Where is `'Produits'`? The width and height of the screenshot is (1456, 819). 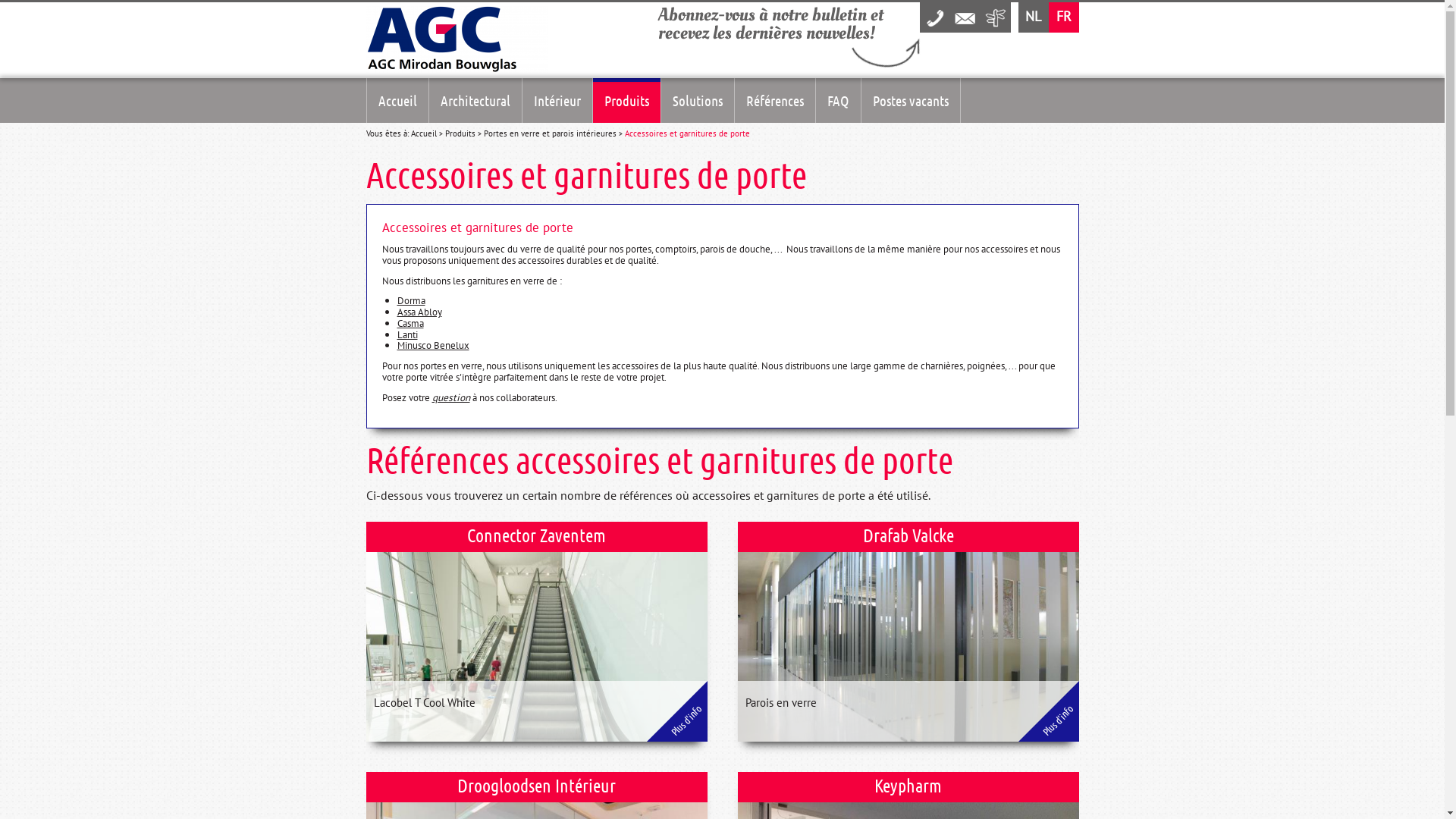
'Produits' is located at coordinates (458, 133).